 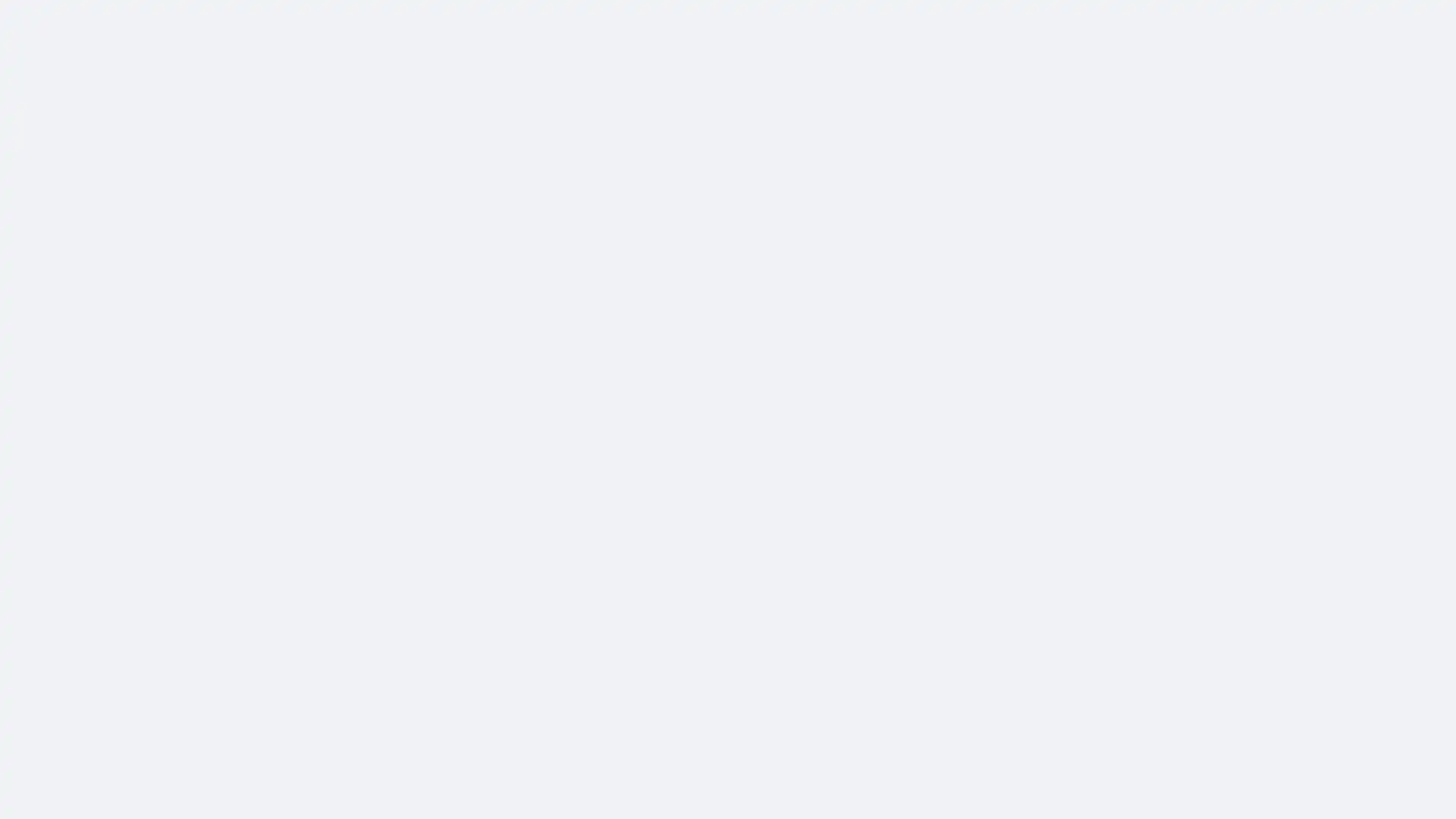 I want to click on Send message, so click(x=941, y=137).